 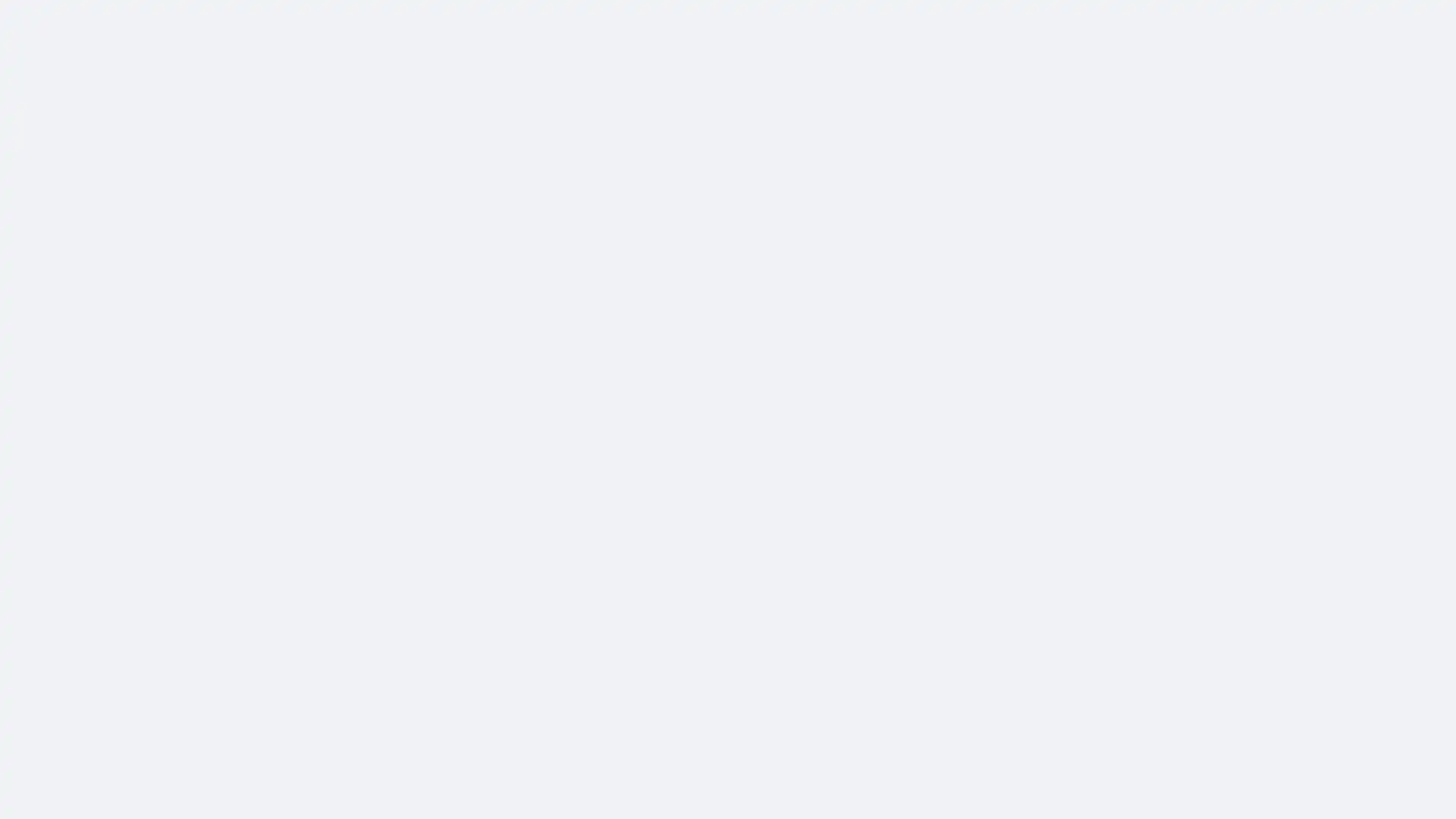 I want to click on Send message, so click(x=941, y=137).